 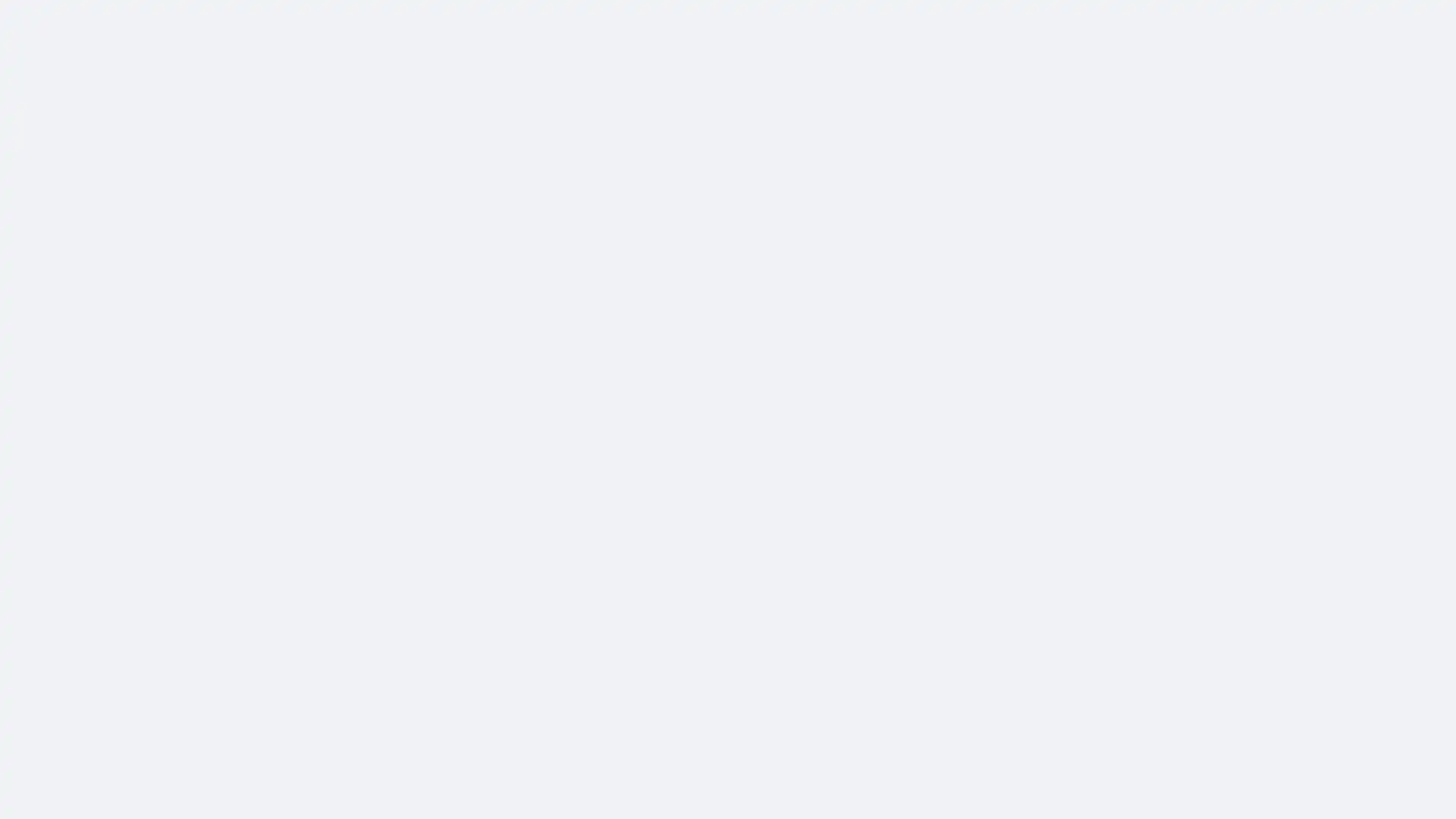 I want to click on Send message, so click(x=941, y=137).